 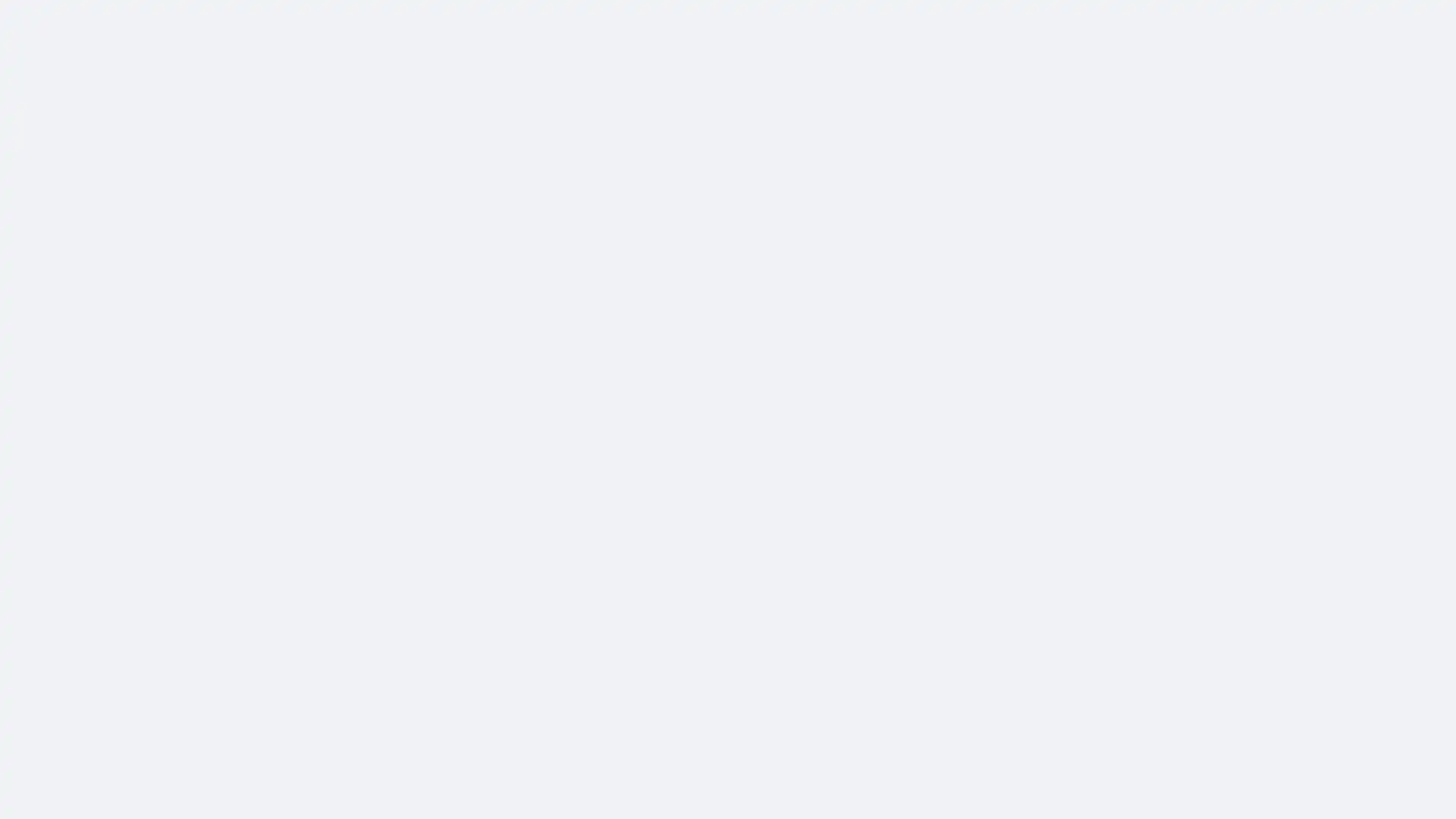 I want to click on Send message, so click(x=941, y=137).